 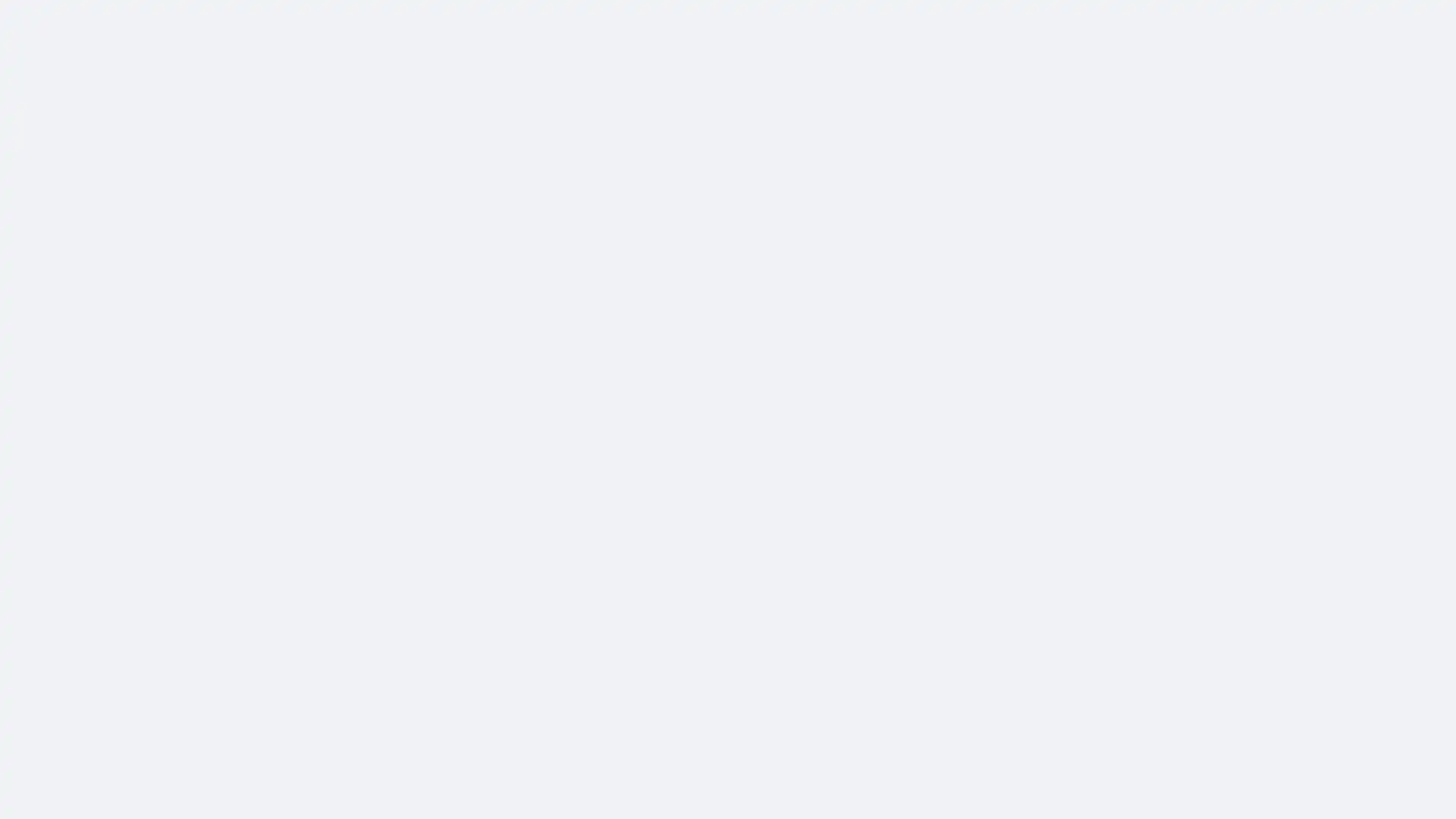 I want to click on Send message, so click(x=941, y=137).